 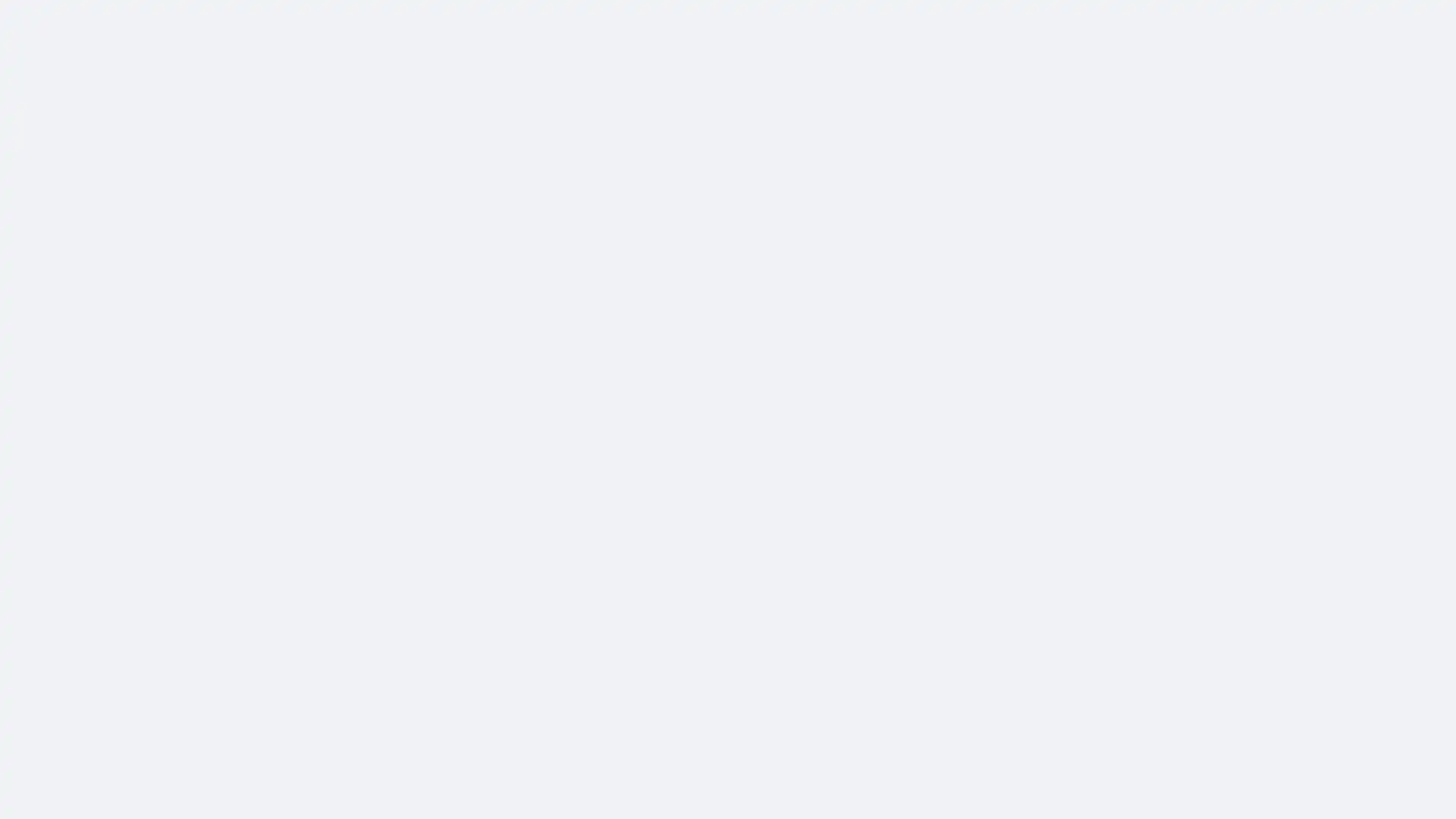 I want to click on Send message, so click(x=941, y=137).